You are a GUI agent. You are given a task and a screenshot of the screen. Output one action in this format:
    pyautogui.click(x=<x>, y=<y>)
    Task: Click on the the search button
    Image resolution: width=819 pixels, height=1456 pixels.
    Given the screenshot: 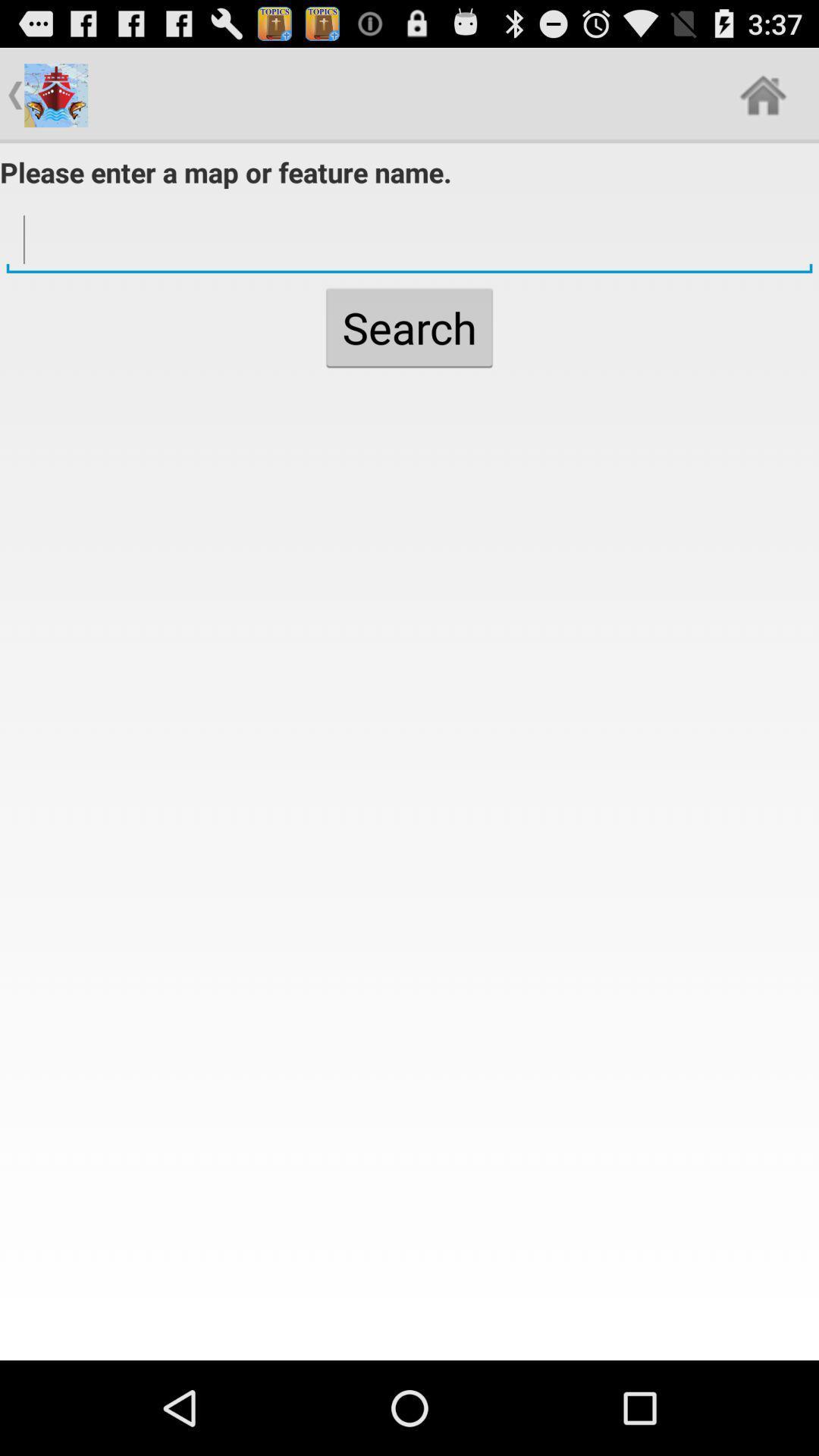 What is the action you would take?
    pyautogui.click(x=409, y=327)
    